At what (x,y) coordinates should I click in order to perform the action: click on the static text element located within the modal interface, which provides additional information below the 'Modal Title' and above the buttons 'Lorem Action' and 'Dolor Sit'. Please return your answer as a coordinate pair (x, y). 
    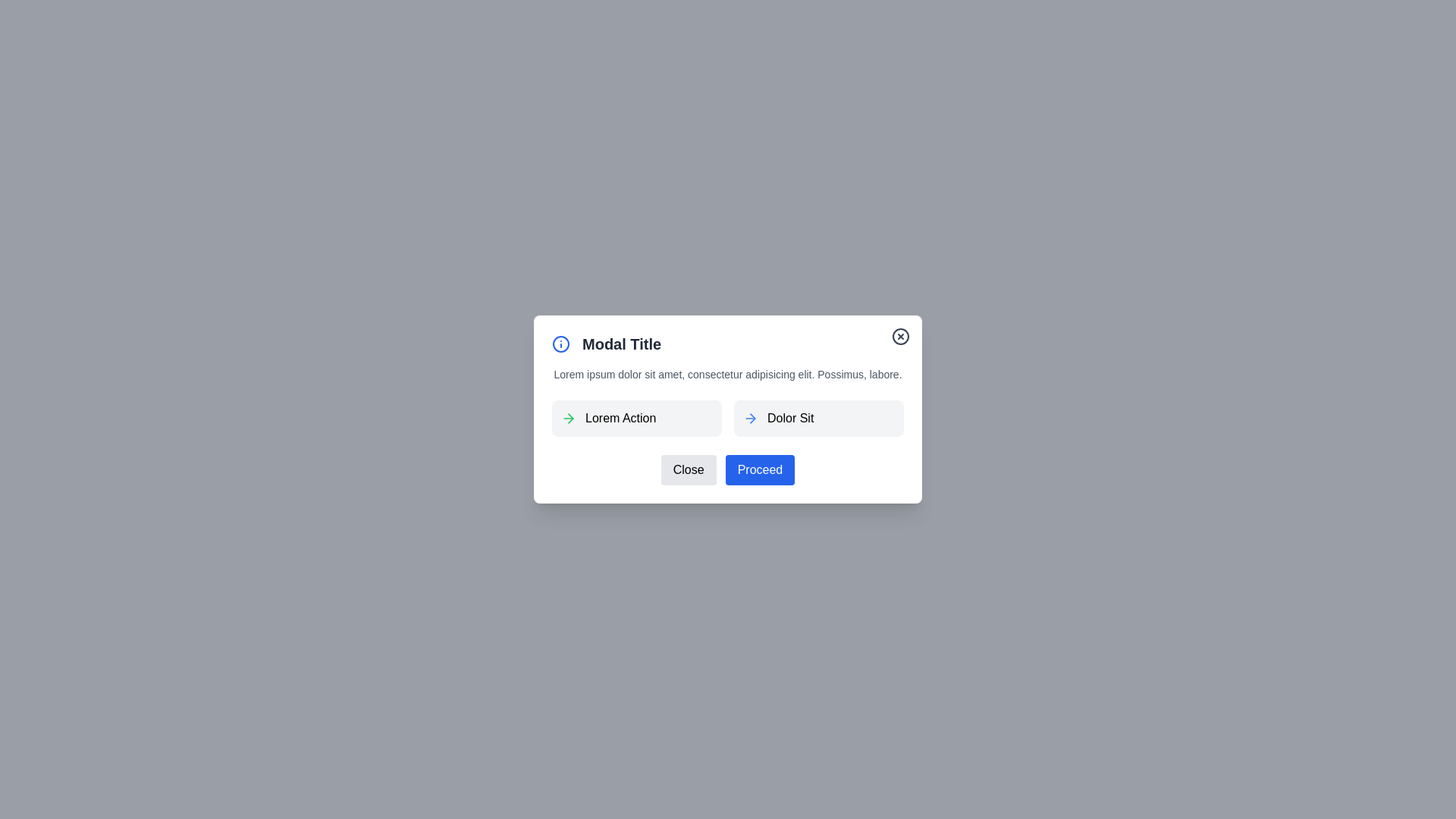
    Looking at the image, I should click on (728, 374).